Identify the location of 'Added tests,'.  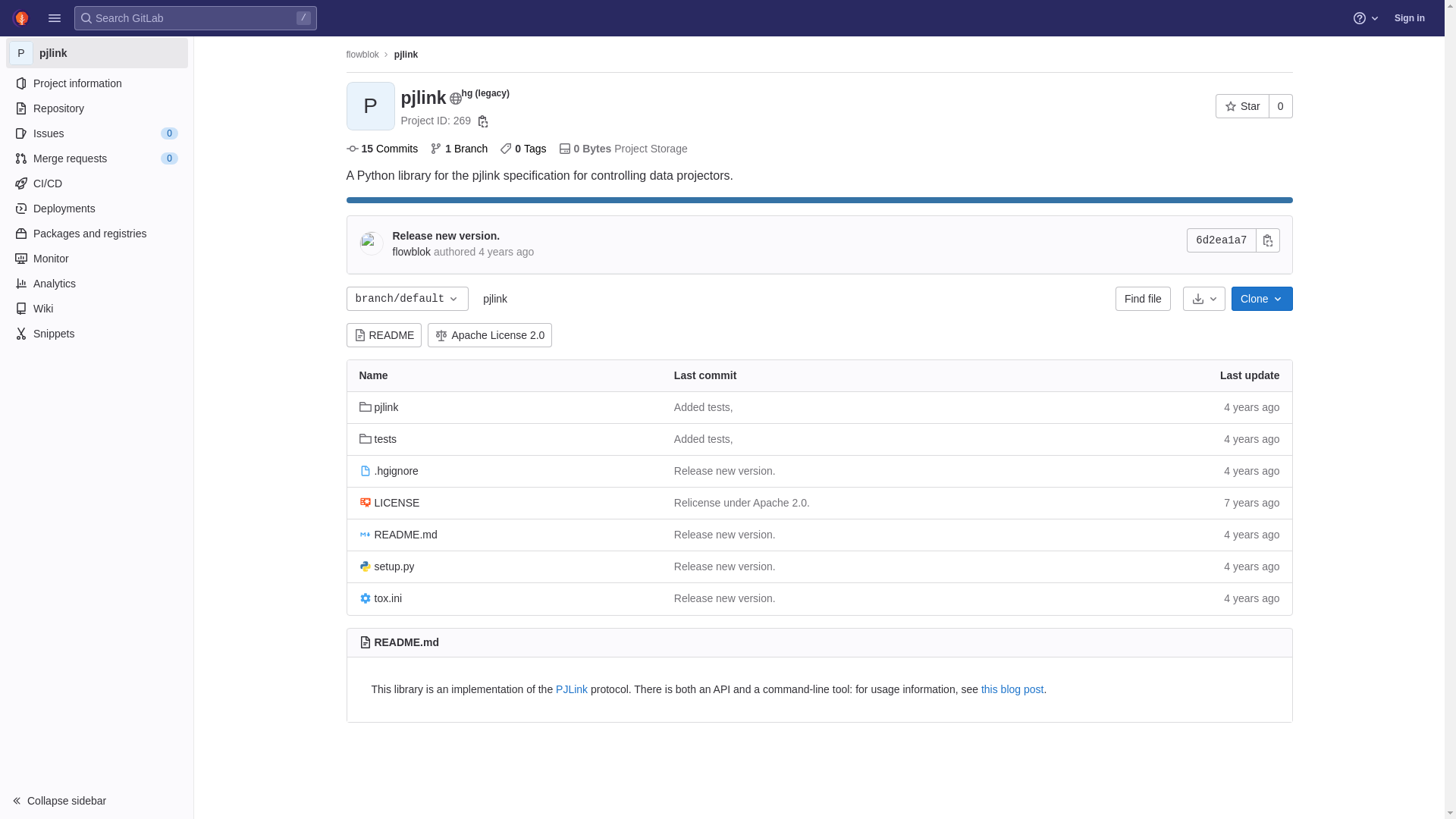
(702, 439).